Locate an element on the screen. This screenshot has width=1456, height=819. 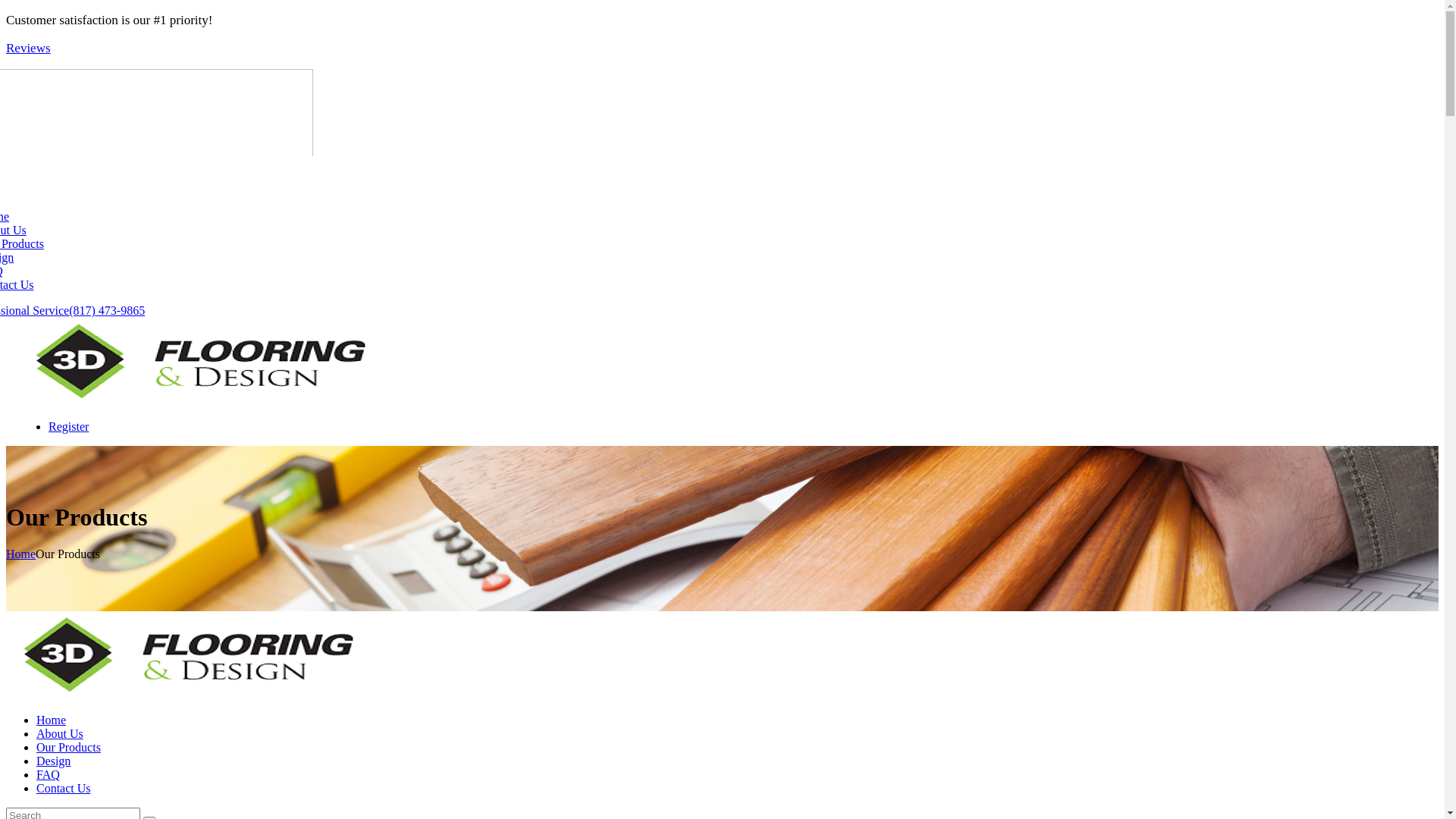
'Our Products' is located at coordinates (36, 746).